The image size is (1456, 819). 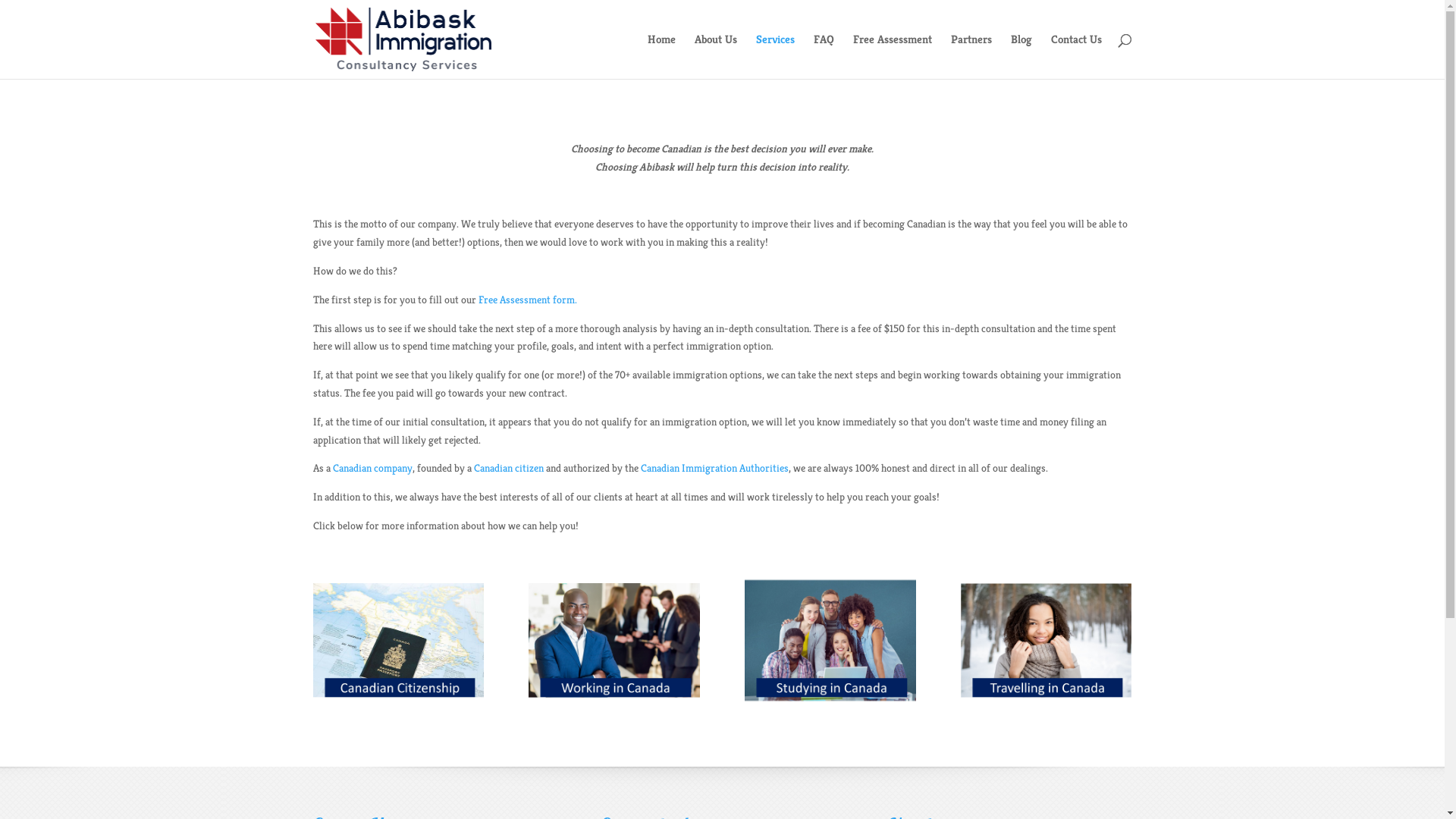 What do you see at coordinates (508, 467) in the screenshot?
I see `'Canadian citizen'` at bounding box center [508, 467].